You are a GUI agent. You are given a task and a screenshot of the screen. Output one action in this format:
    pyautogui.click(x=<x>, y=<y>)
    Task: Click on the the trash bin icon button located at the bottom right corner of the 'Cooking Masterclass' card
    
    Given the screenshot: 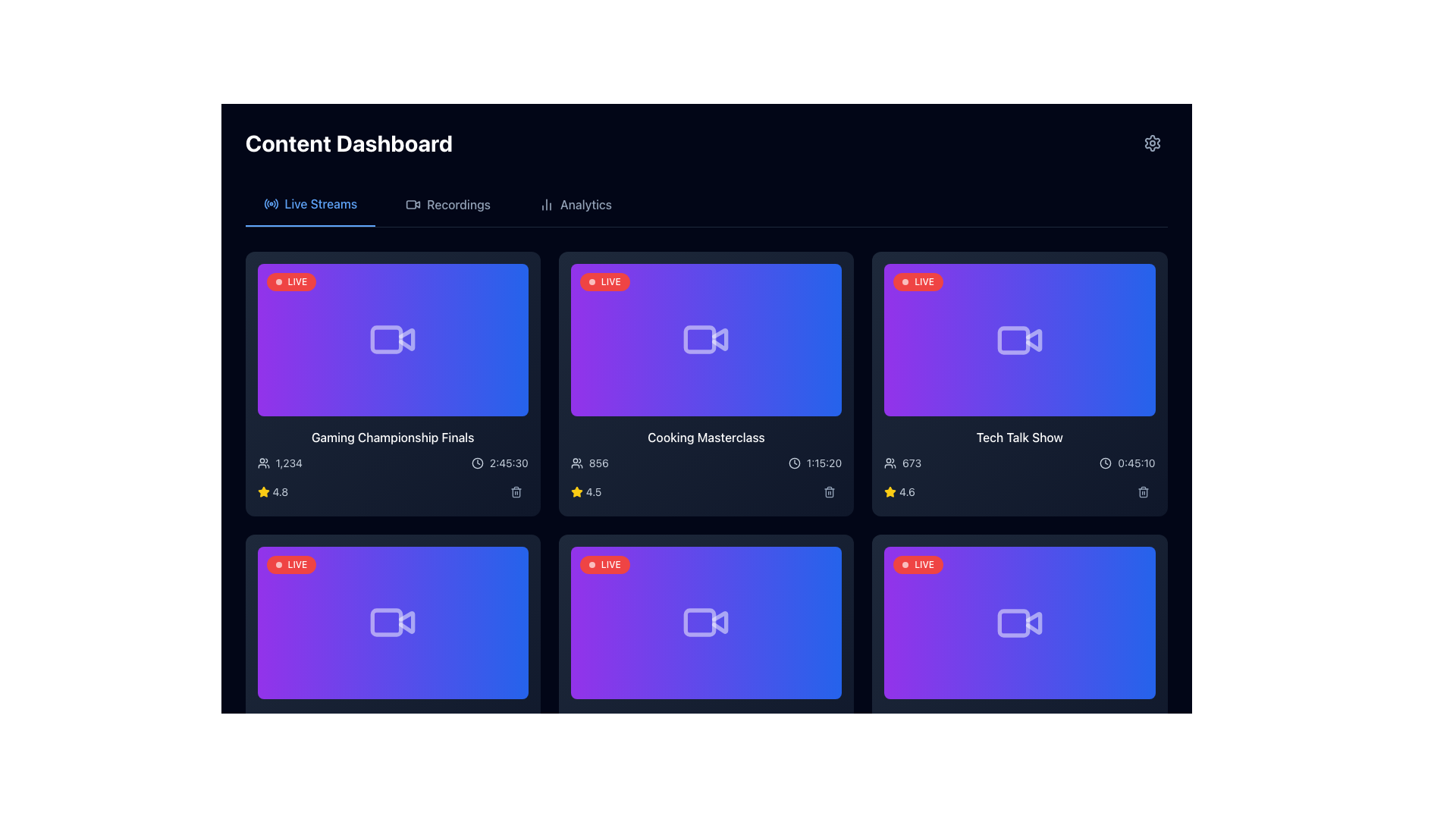 What is the action you would take?
    pyautogui.click(x=829, y=491)
    